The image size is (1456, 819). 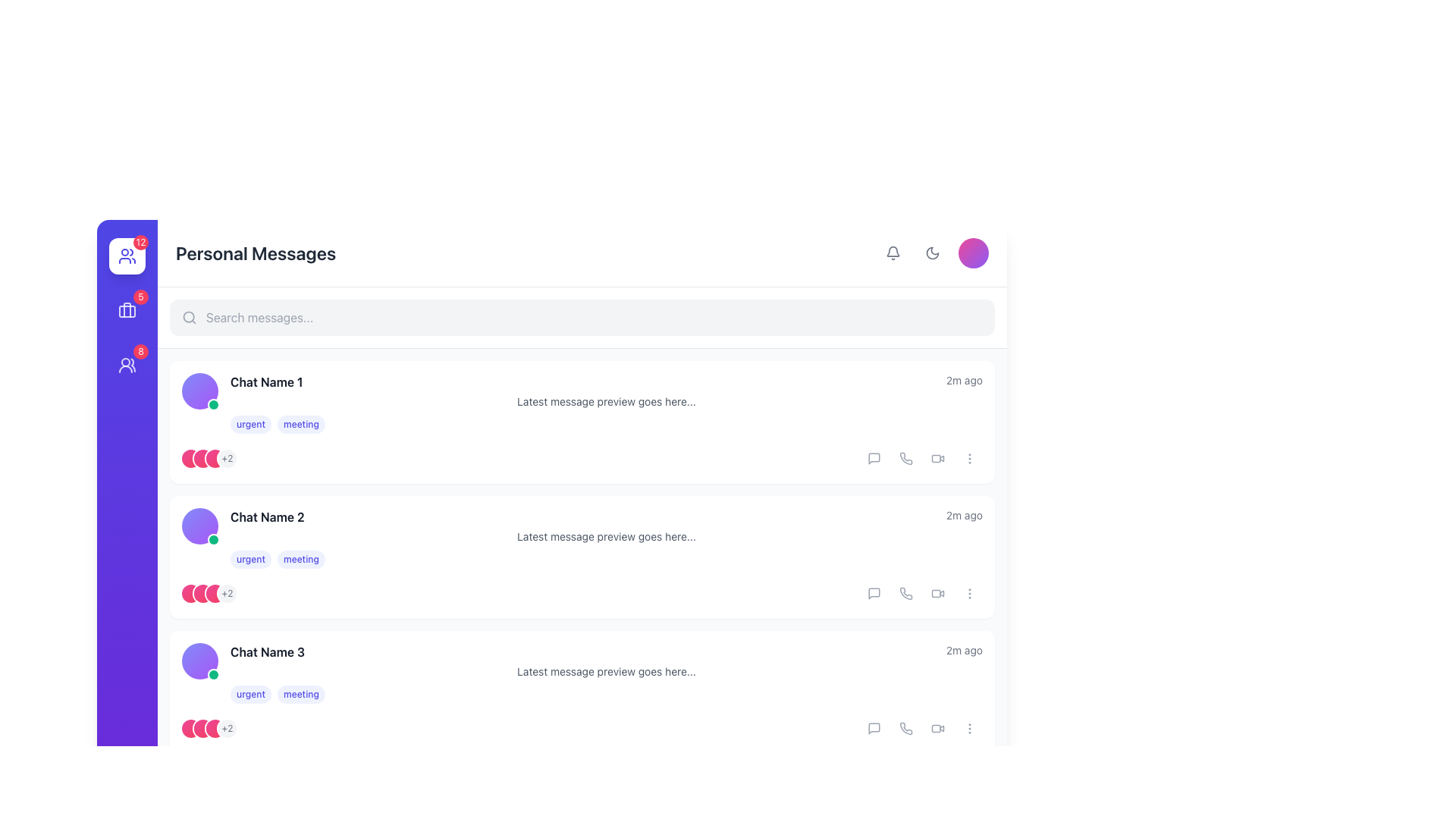 I want to click on the search icon element, which is represented by a gray magnifying glass icon positioned to the left within the search bar field at the top of the main content area, so click(x=188, y=317).